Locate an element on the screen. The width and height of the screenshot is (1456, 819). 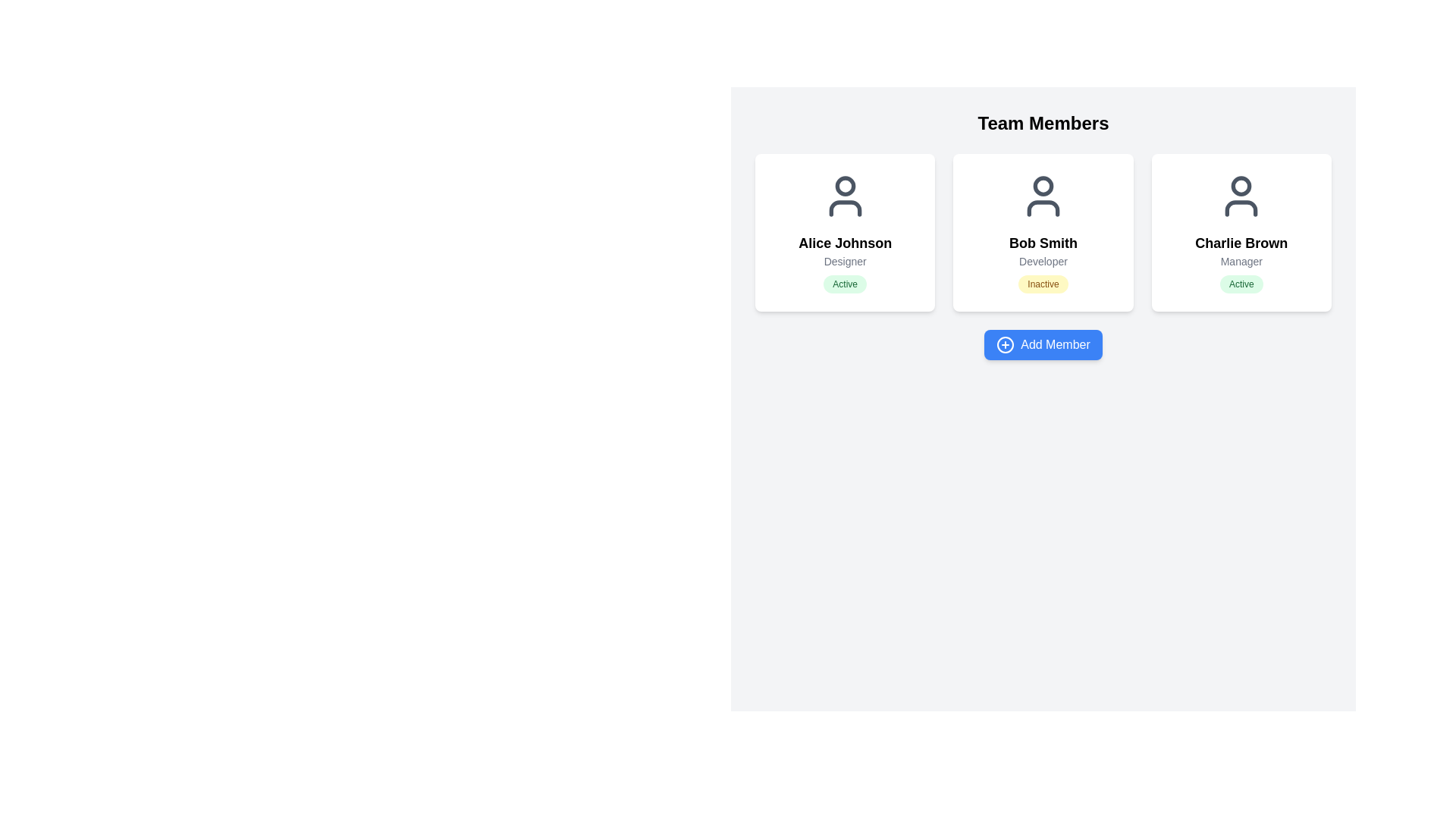
the user profile icon located at the top-left of the card labeled 'Bob Smith', which serves as the user's identifier is located at coordinates (1043, 195).